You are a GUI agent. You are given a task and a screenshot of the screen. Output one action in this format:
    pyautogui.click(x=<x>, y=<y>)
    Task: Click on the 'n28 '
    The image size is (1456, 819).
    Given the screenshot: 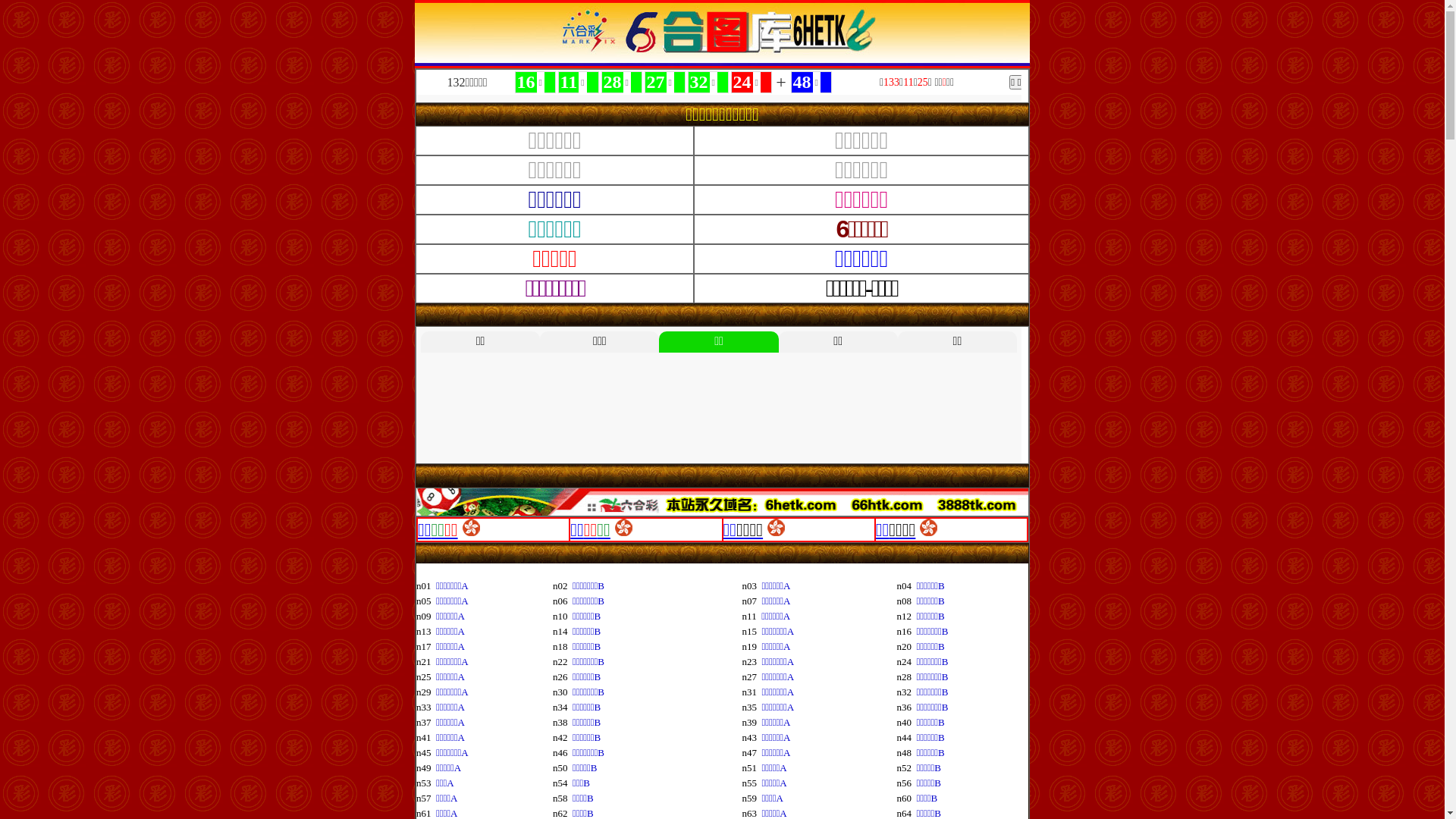 What is the action you would take?
    pyautogui.click(x=906, y=676)
    